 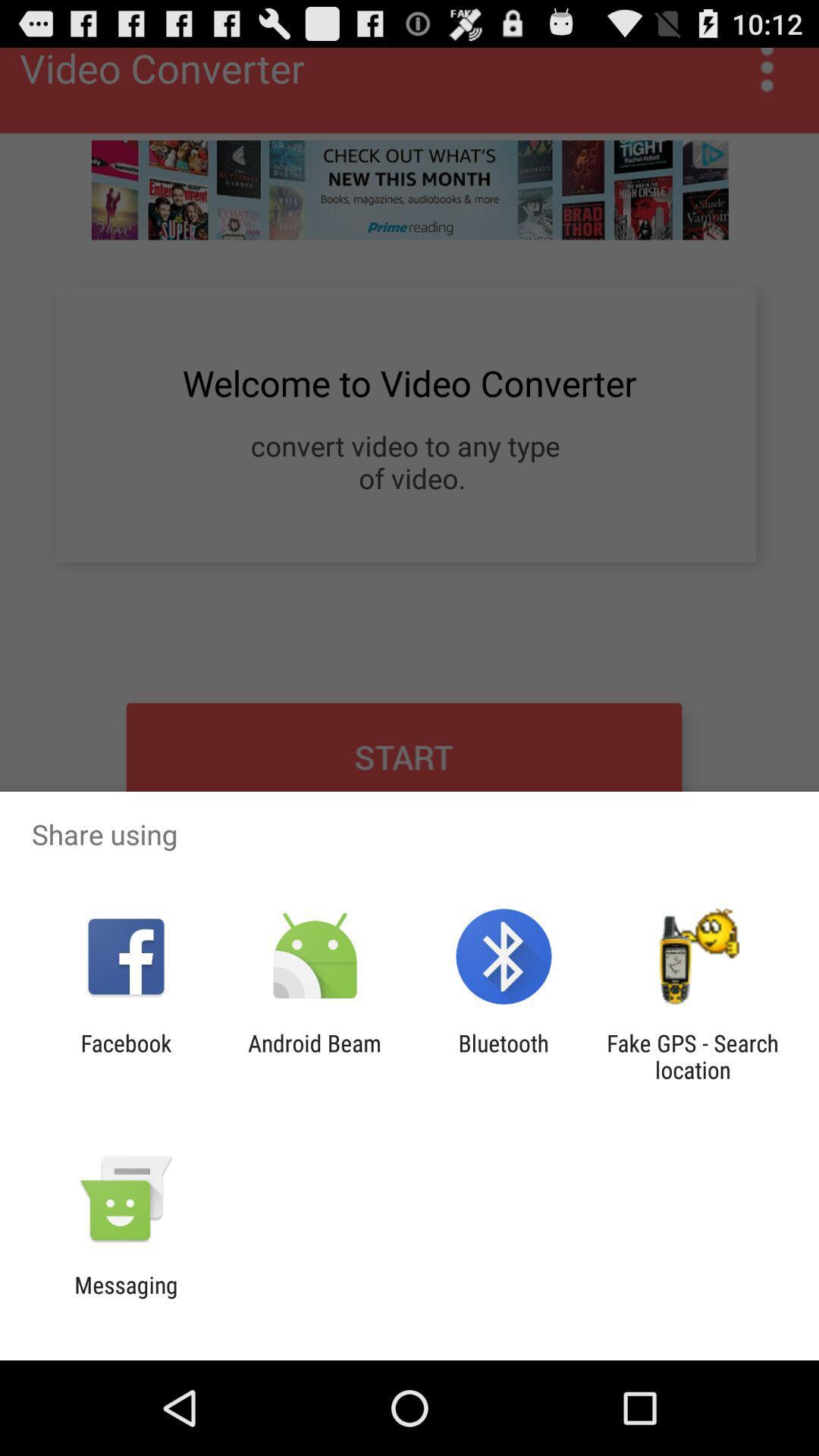 What do you see at coordinates (504, 1056) in the screenshot?
I see `the bluetooth item` at bounding box center [504, 1056].